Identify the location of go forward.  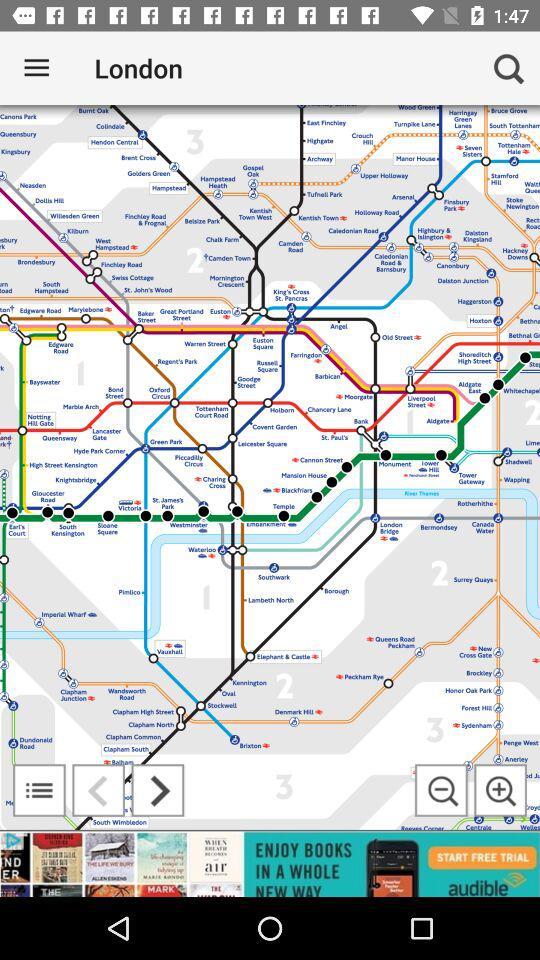
(156, 790).